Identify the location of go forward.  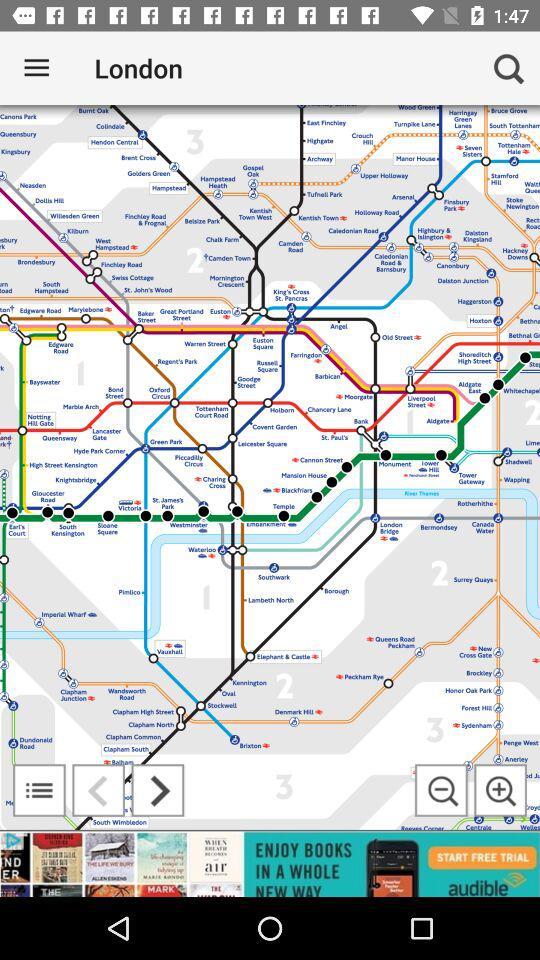
(156, 790).